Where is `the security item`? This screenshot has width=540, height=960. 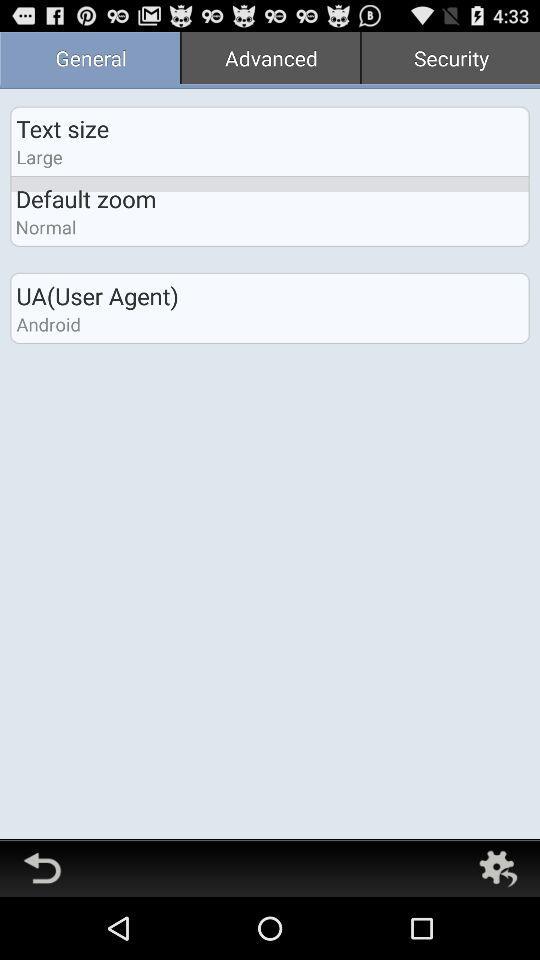
the security item is located at coordinates (449, 59).